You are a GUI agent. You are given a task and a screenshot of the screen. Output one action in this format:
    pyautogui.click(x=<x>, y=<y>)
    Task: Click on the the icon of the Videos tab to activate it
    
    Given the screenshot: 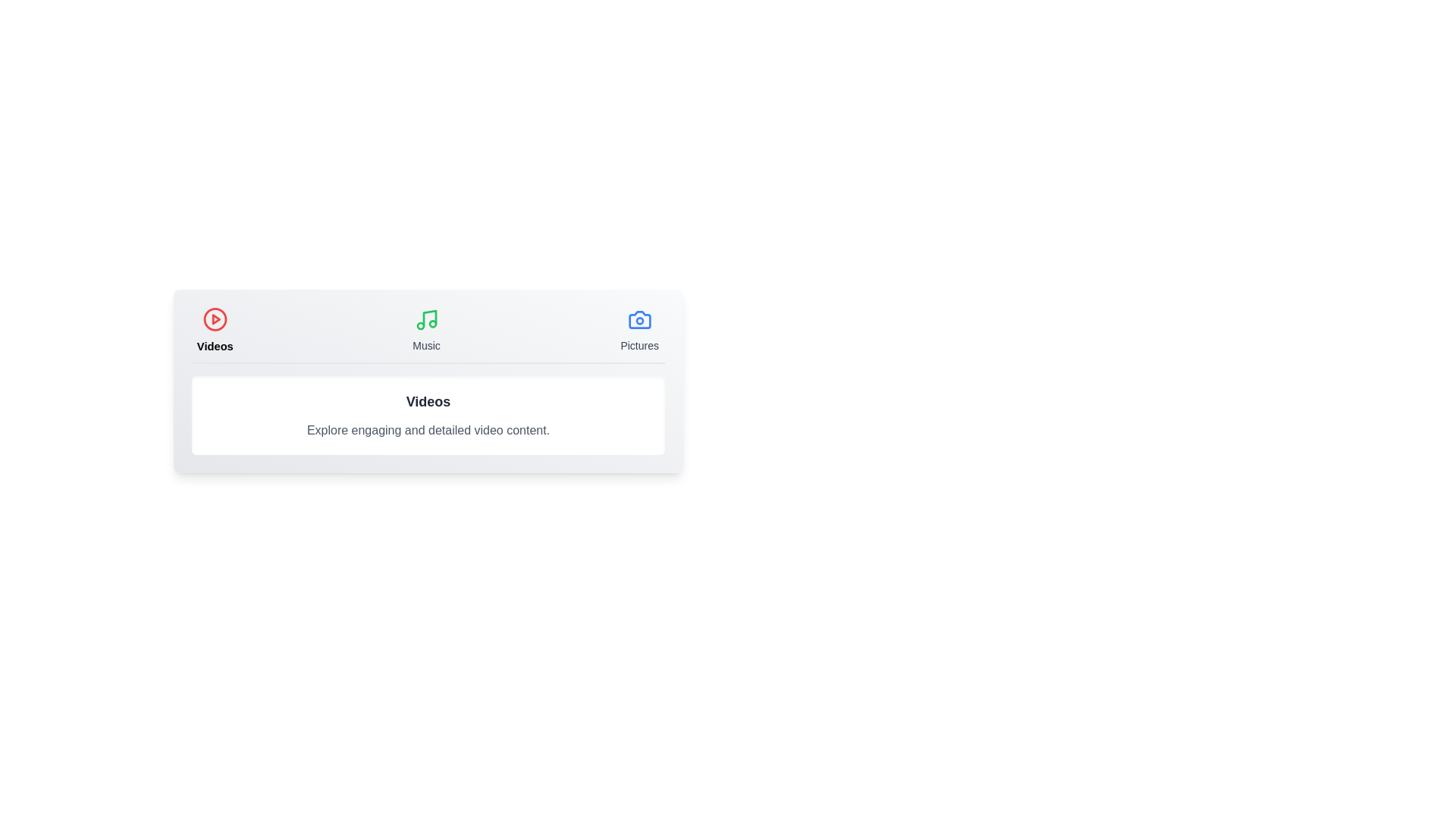 What is the action you would take?
    pyautogui.click(x=214, y=318)
    